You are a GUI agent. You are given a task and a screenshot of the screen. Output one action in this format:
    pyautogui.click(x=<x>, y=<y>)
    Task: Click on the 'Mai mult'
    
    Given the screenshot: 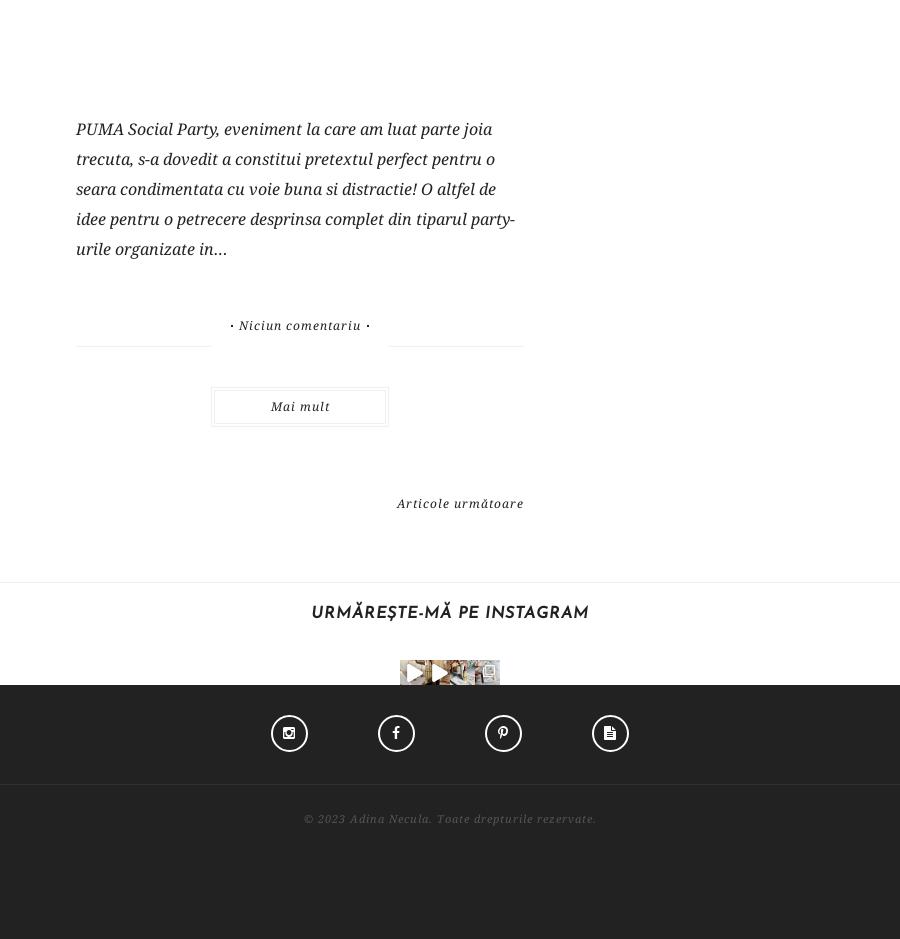 What is the action you would take?
    pyautogui.click(x=298, y=405)
    